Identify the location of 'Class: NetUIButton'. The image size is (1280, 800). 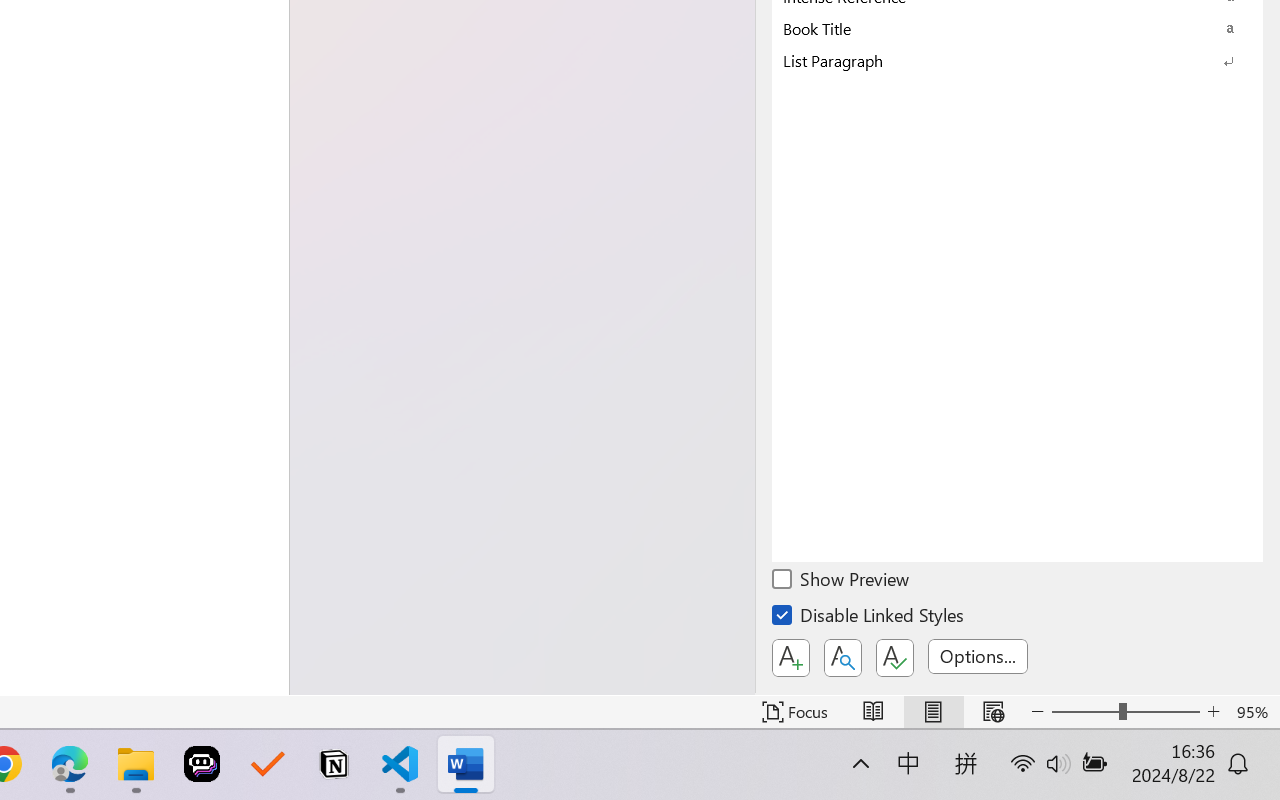
(893, 657).